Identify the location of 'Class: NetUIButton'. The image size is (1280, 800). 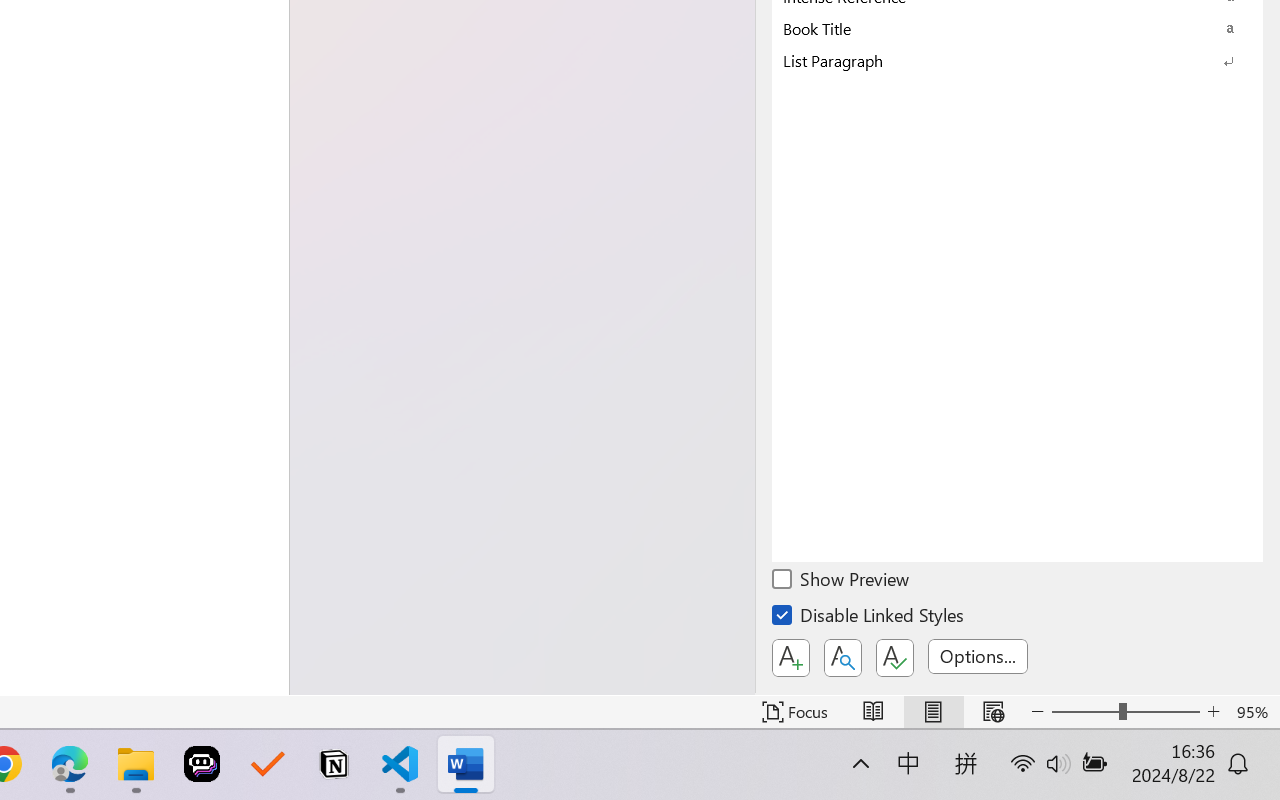
(893, 657).